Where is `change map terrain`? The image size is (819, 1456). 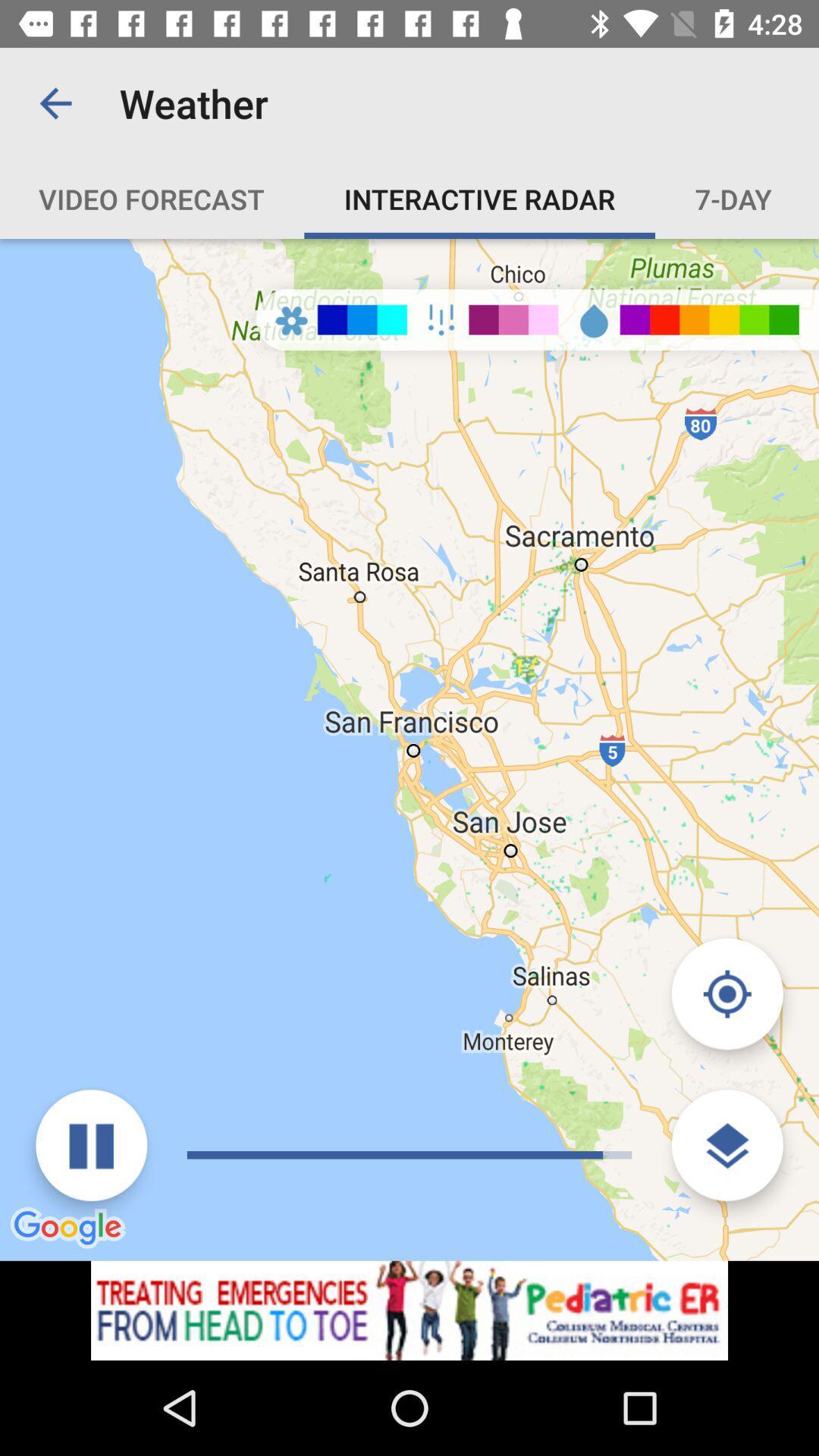
change map terrain is located at coordinates (726, 1145).